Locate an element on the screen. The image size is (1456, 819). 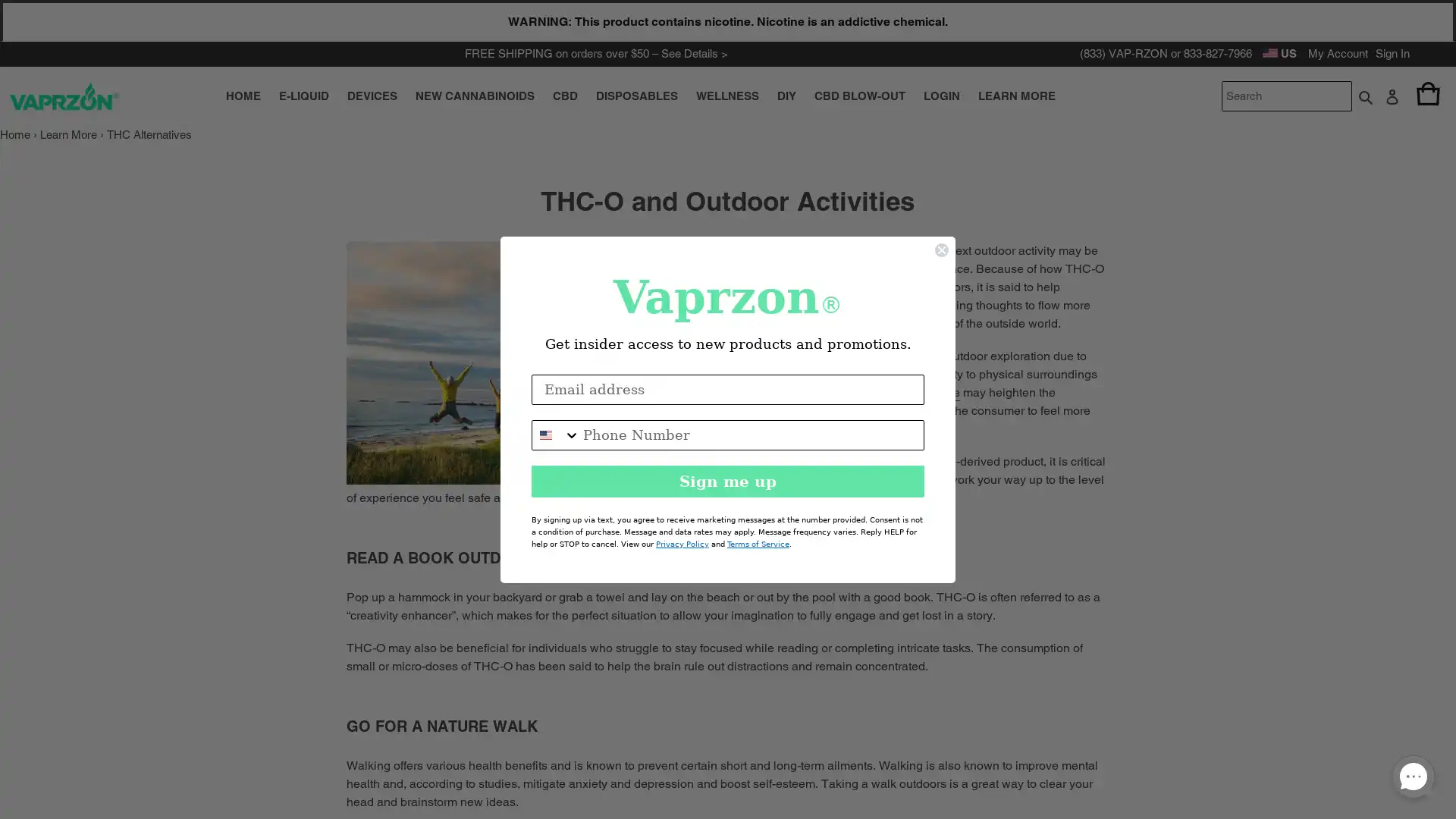
Close form is located at coordinates (941, 248).